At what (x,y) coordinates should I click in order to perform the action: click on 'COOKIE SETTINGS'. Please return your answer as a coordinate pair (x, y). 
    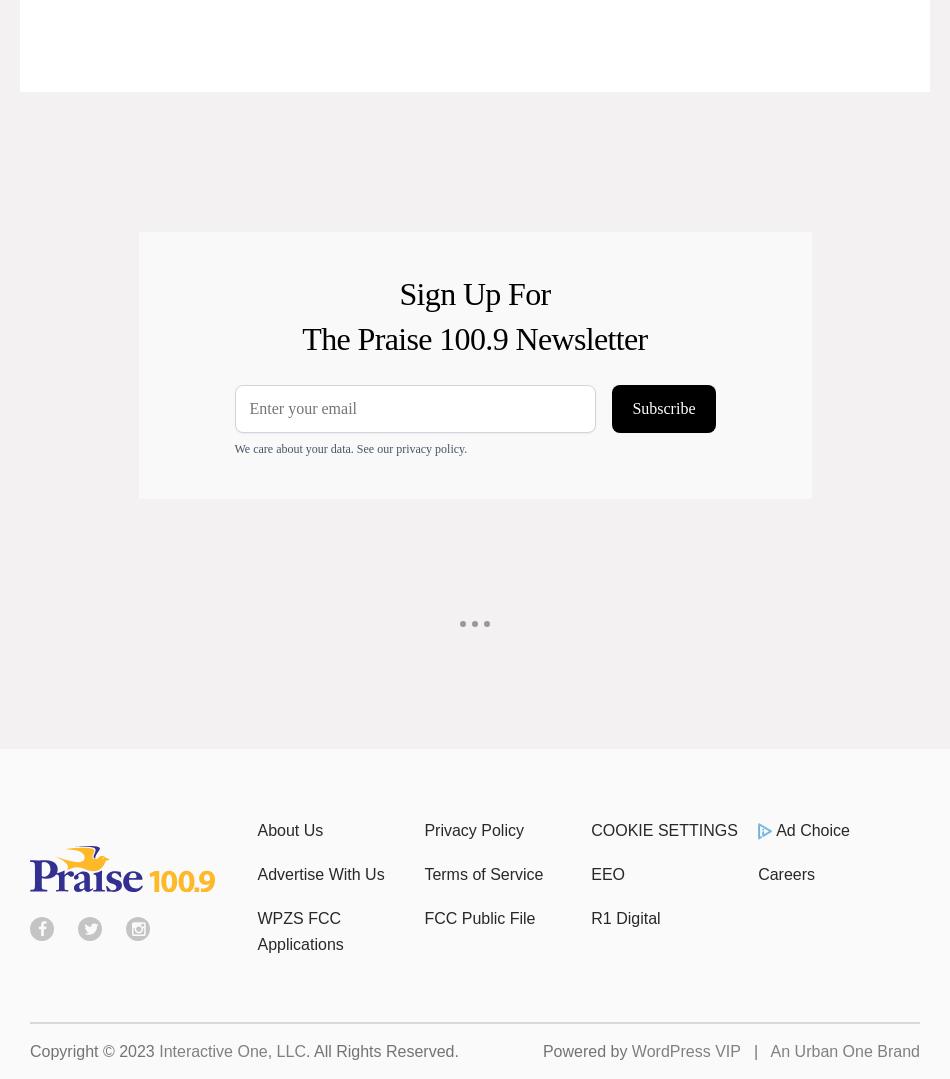
    Looking at the image, I should click on (663, 830).